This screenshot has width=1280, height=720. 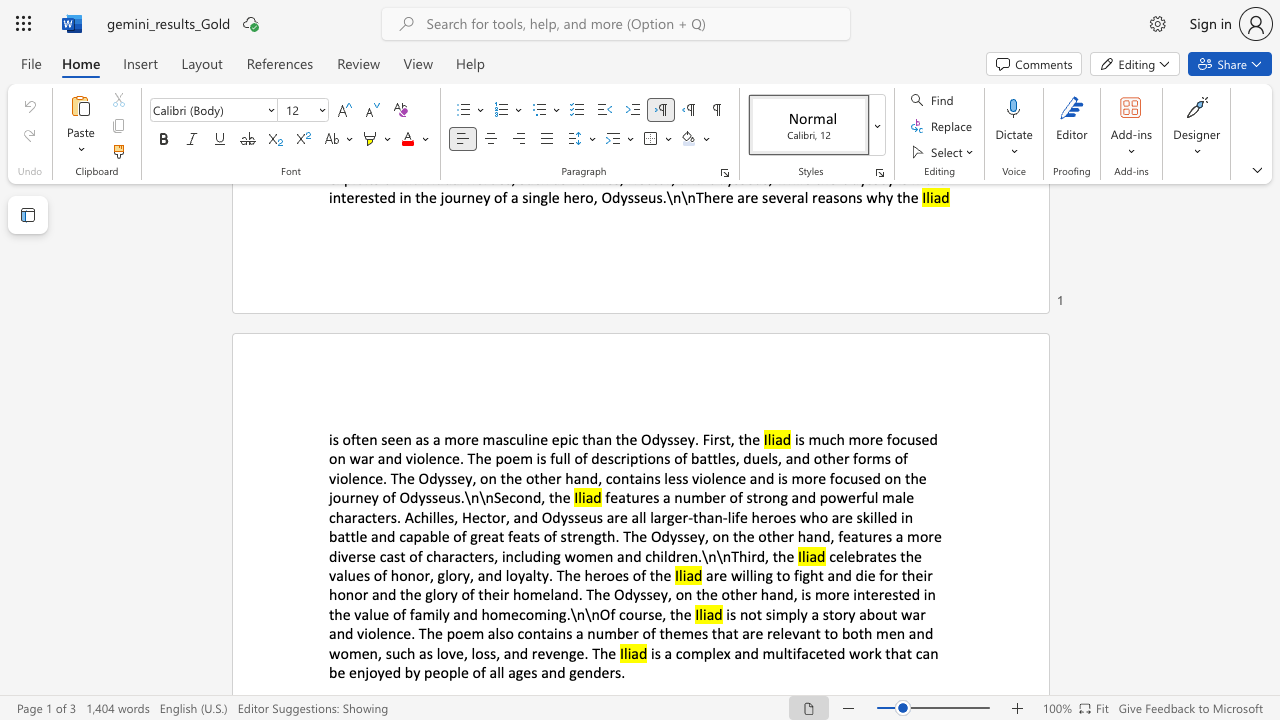 What do you see at coordinates (625, 458) in the screenshot?
I see `the subset text "iptions of battles, duels, and other forms of violen" within the text "is much more focused on war and violence. The poem is full of descriptions of battles, duels, and other forms of violence. The Odyssey, on the other hand, contains less violence and is more focused on the journey of Odysseus.\n\nSecond, the"` at bounding box center [625, 458].